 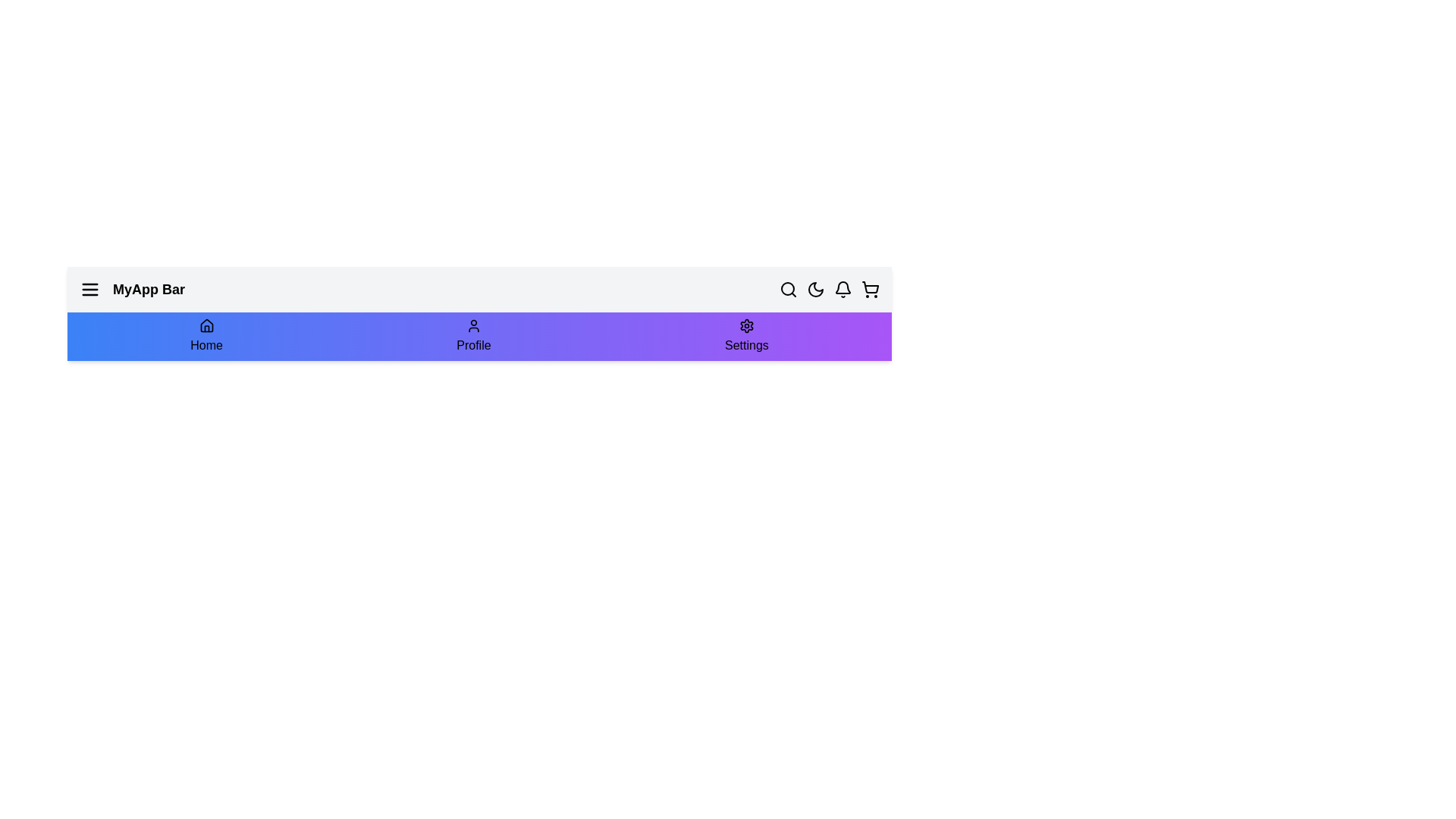 What do you see at coordinates (745, 335) in the screenshot?
I see `the Settings icon to navigate to the Settings page` at bounding box center [745, 335].